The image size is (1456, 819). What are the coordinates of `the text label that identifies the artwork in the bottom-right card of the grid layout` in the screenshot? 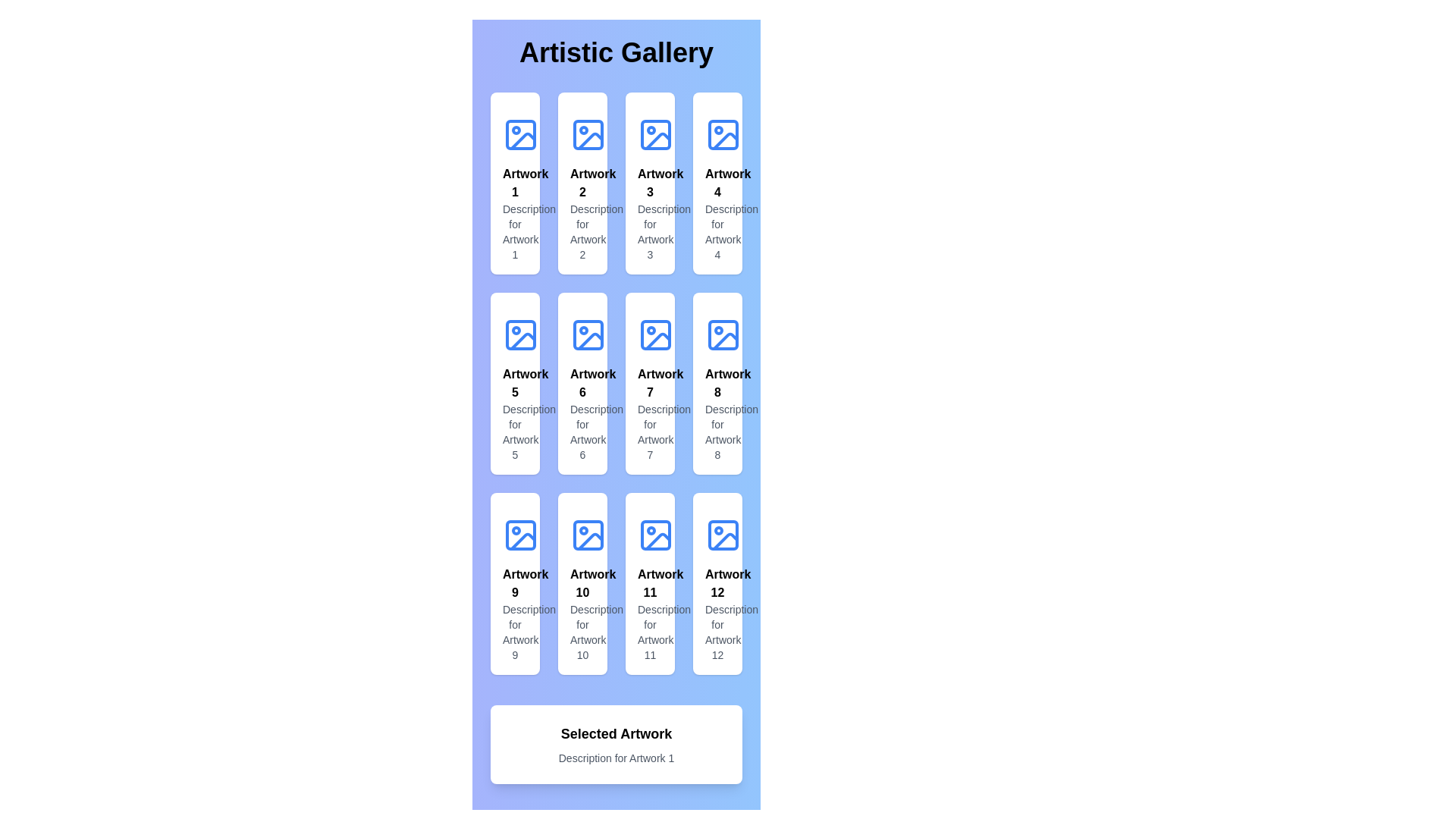 It's located at (717, 583).